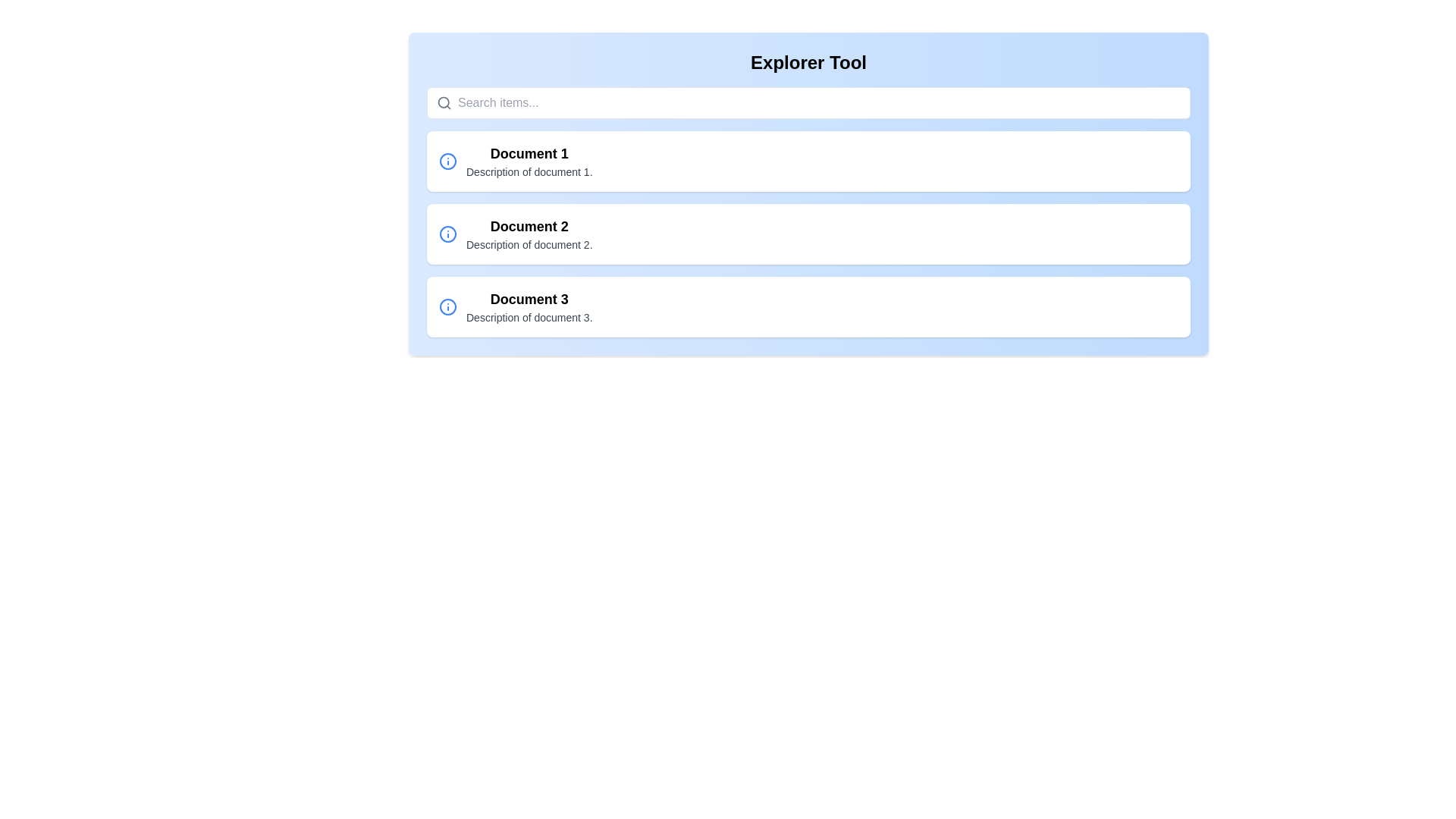 This screenshot has width=1456, height=819. Describe the element at coordinates (529, 234) in the screenshot. I see `the textual display component titled 'Document 2' which features a bold title and a lighter description, positioned in the 'Explorer Tool' section` at that location.